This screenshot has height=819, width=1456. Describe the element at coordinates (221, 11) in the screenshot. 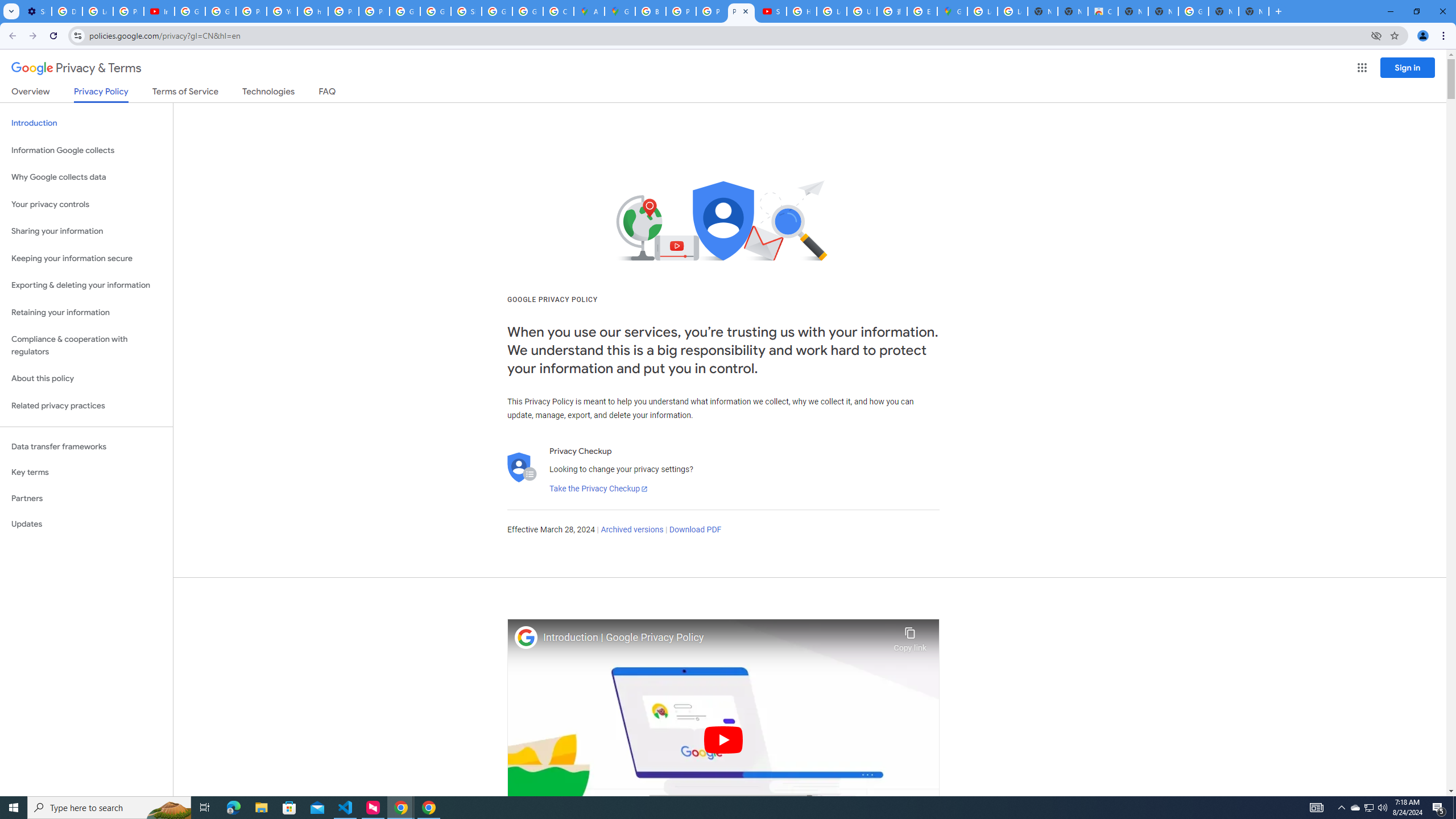

I see `'Google Account Help'` at that location.